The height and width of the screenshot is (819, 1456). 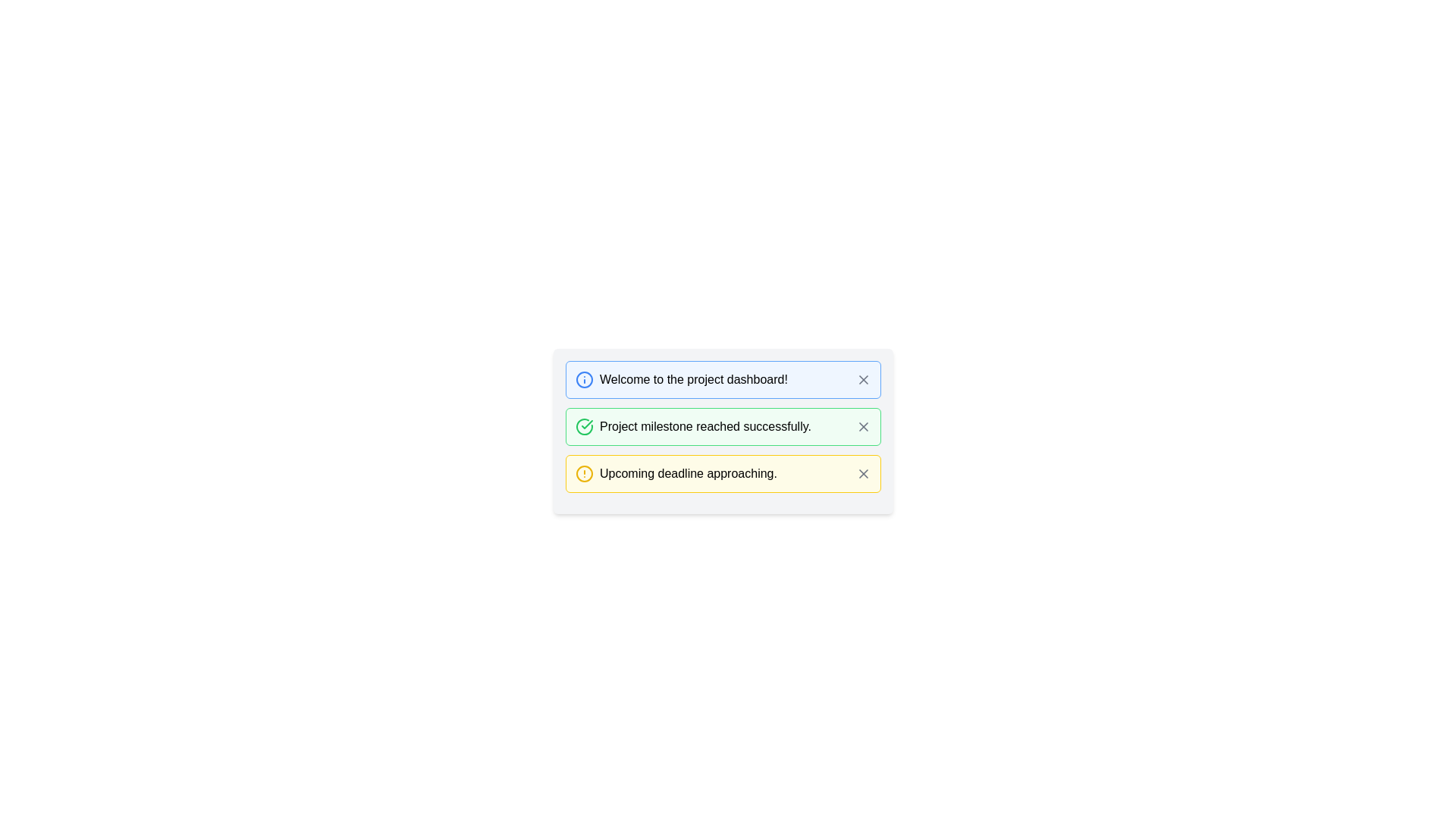 What do you see at coordinates (586, 424) in the screenshot?
I see `the green check mark icon located in the second notification card, next to the text 'Project milestone reached successfully.'` at bounding box center [586, 424].